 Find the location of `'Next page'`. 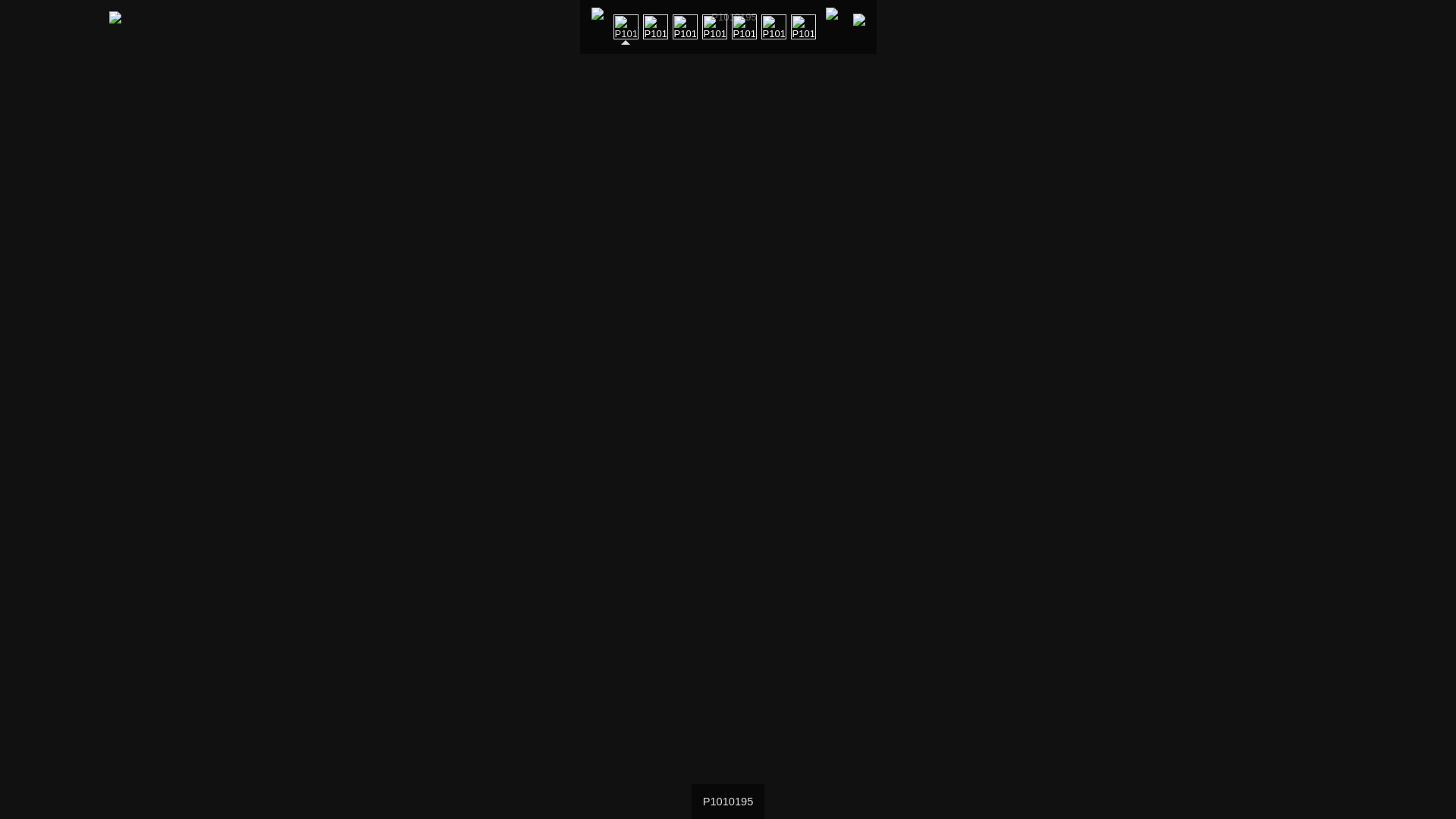

'Next page' is located at coordinates (858, 27).